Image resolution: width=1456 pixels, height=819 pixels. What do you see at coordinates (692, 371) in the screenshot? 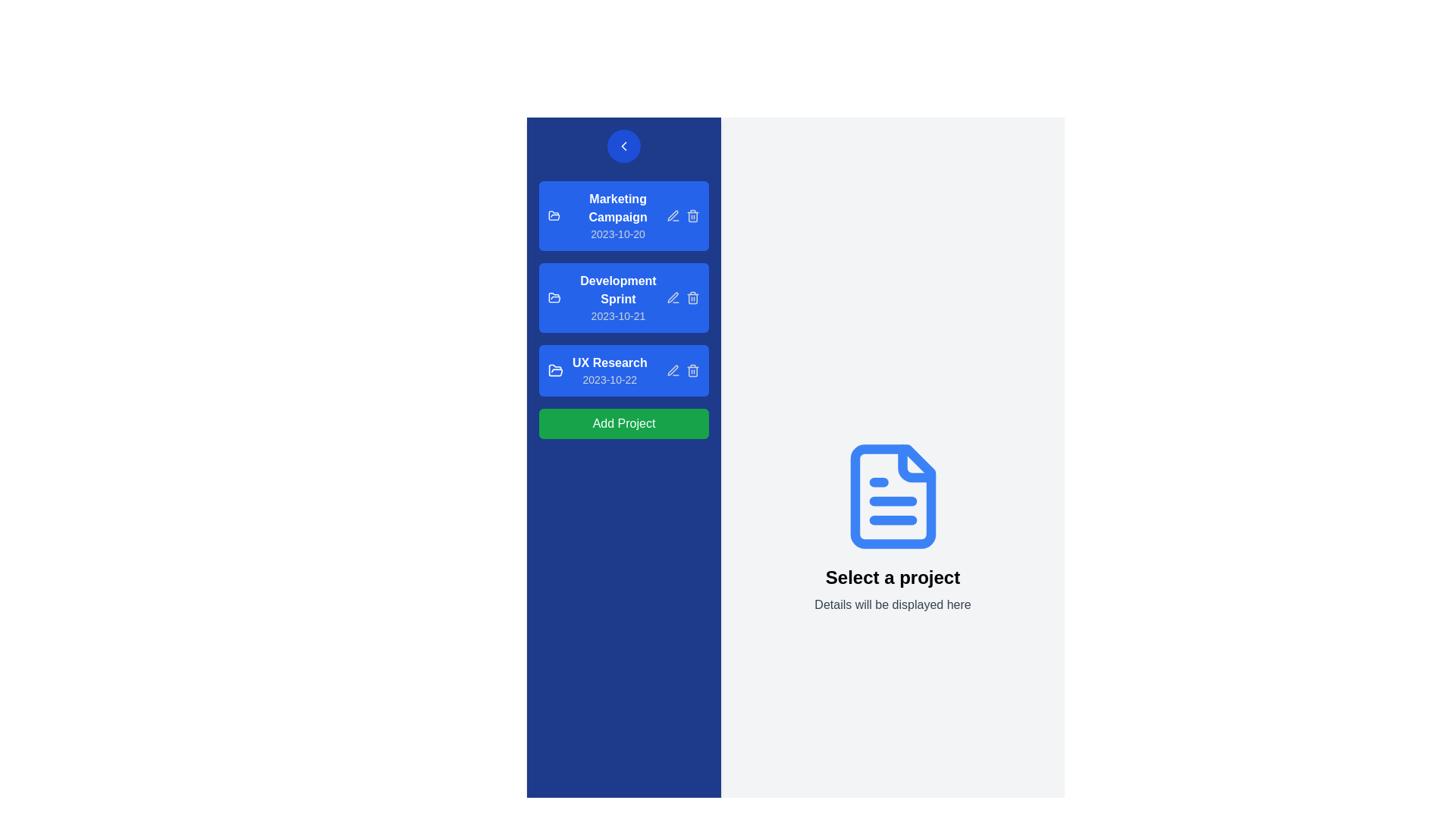
I see `the delete button icon resembling a trash bin, which is located at the far right of the 'UX Research 2023-10-22' card in the left panel` at bounding box center [692, 371].